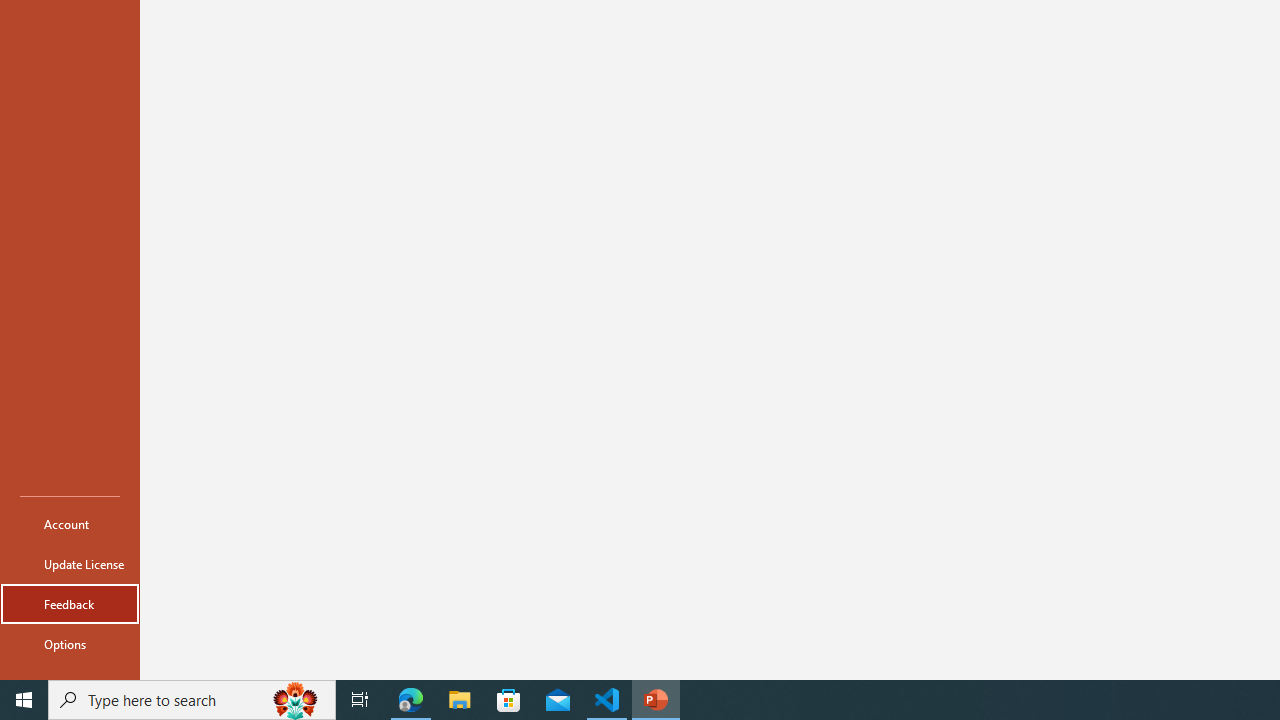 Image resolution: width=1280 pixels, height=720 pixels. I want to click on 'Feedback', so click(69, 603).